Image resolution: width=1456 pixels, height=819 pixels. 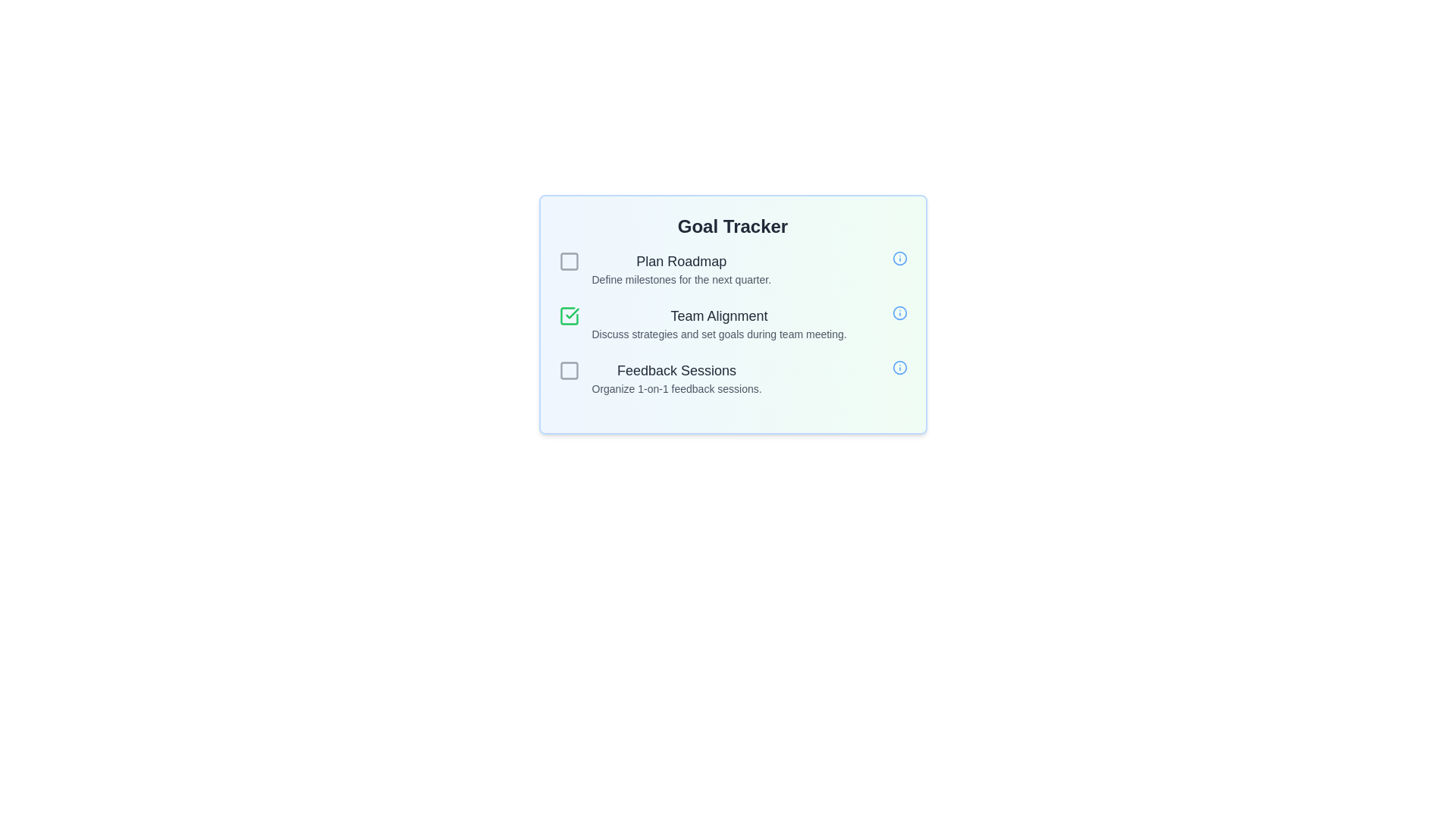 I want to click on the 'Feedback Sessions' text label, which is prominently displayed in dark gray with a larger font size and medium font weight, located in the 'Goal Tracker' section, so click(x=676, y=371).